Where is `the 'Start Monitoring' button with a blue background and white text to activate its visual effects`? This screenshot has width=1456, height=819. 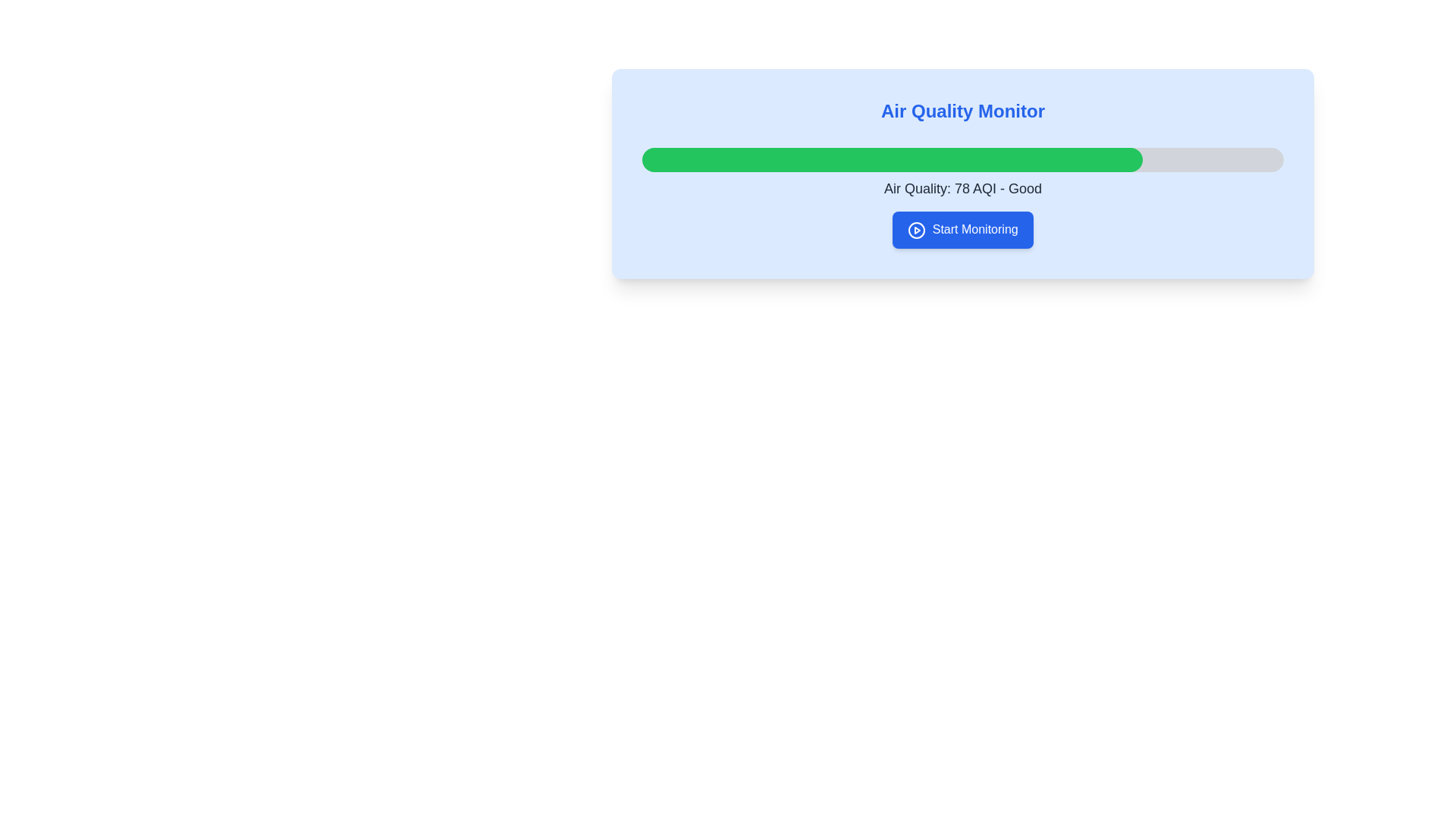 the 'Start Monitoring' button with a blue background and white text to activate its visual effects is located at coordinates (962, 230).